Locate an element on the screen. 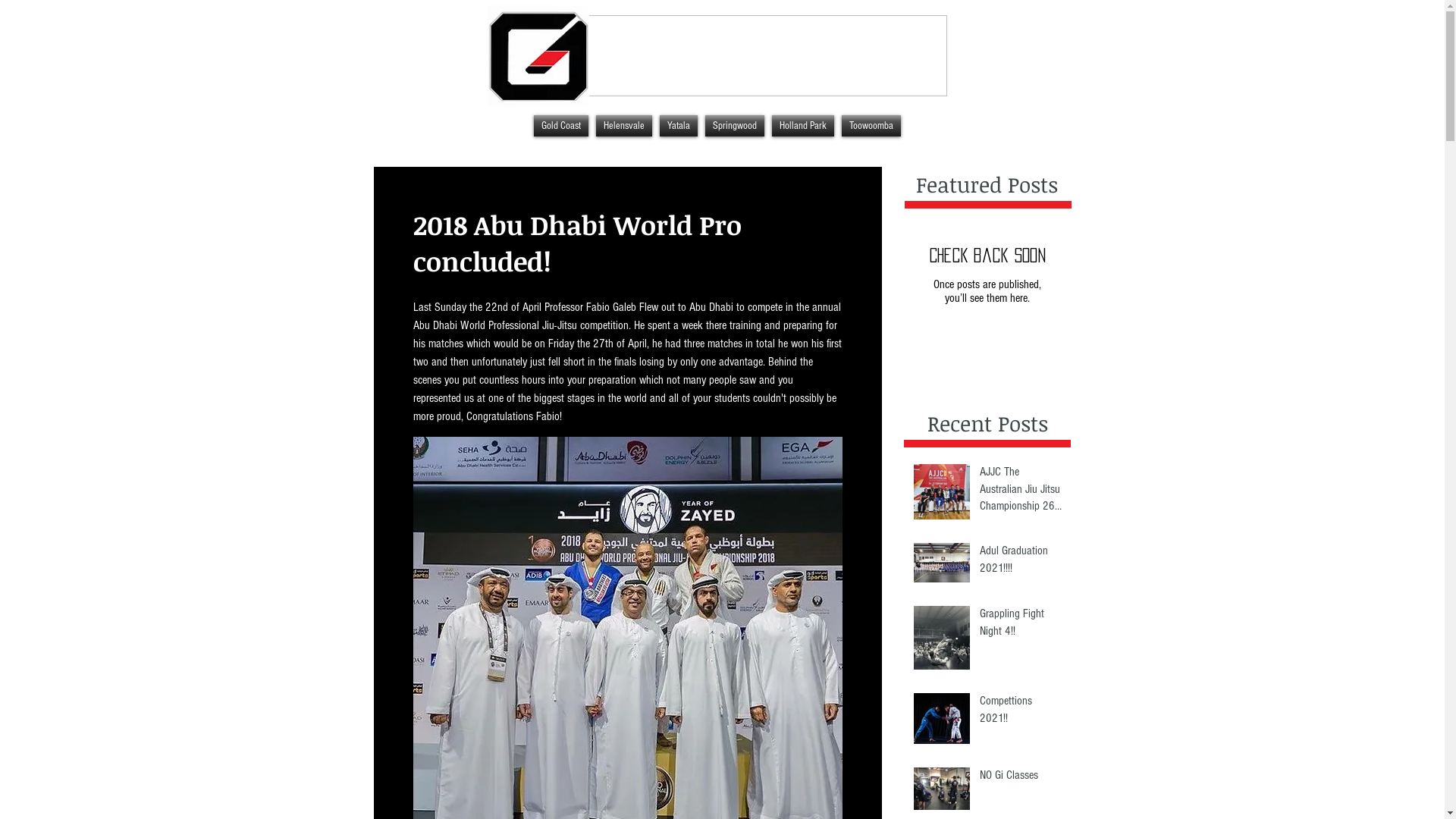 The width and height of the screenshot is (1456, 819). 'Helensvale' is located at coordinates (623, 124).